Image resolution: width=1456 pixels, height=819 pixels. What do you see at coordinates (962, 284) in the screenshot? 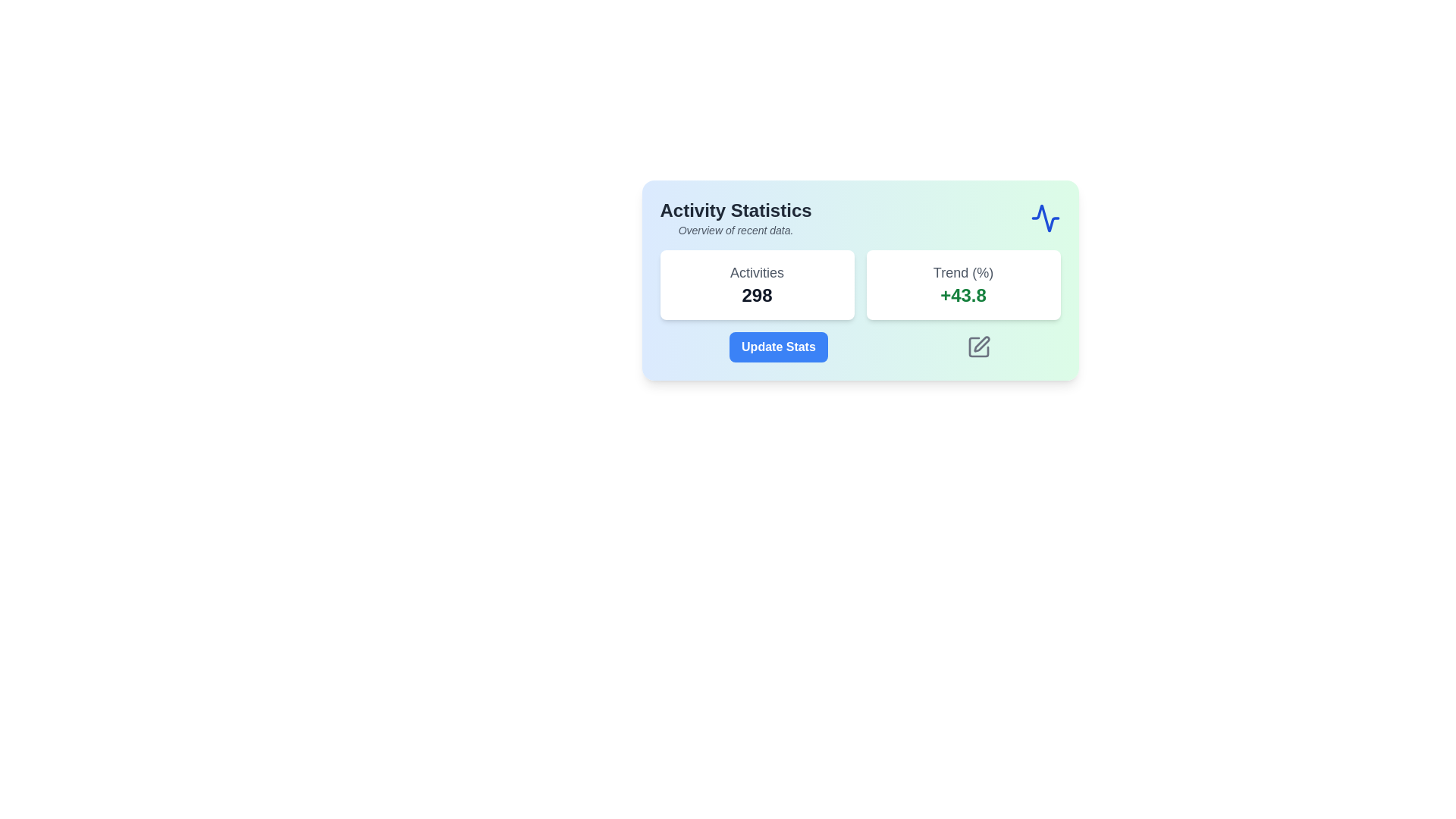
I see `the second informational card in the 'Activity Statistics' section, which displays the trend percentage value, located to the right of the 'Activities 298' card` at bounding box center [962, 284].